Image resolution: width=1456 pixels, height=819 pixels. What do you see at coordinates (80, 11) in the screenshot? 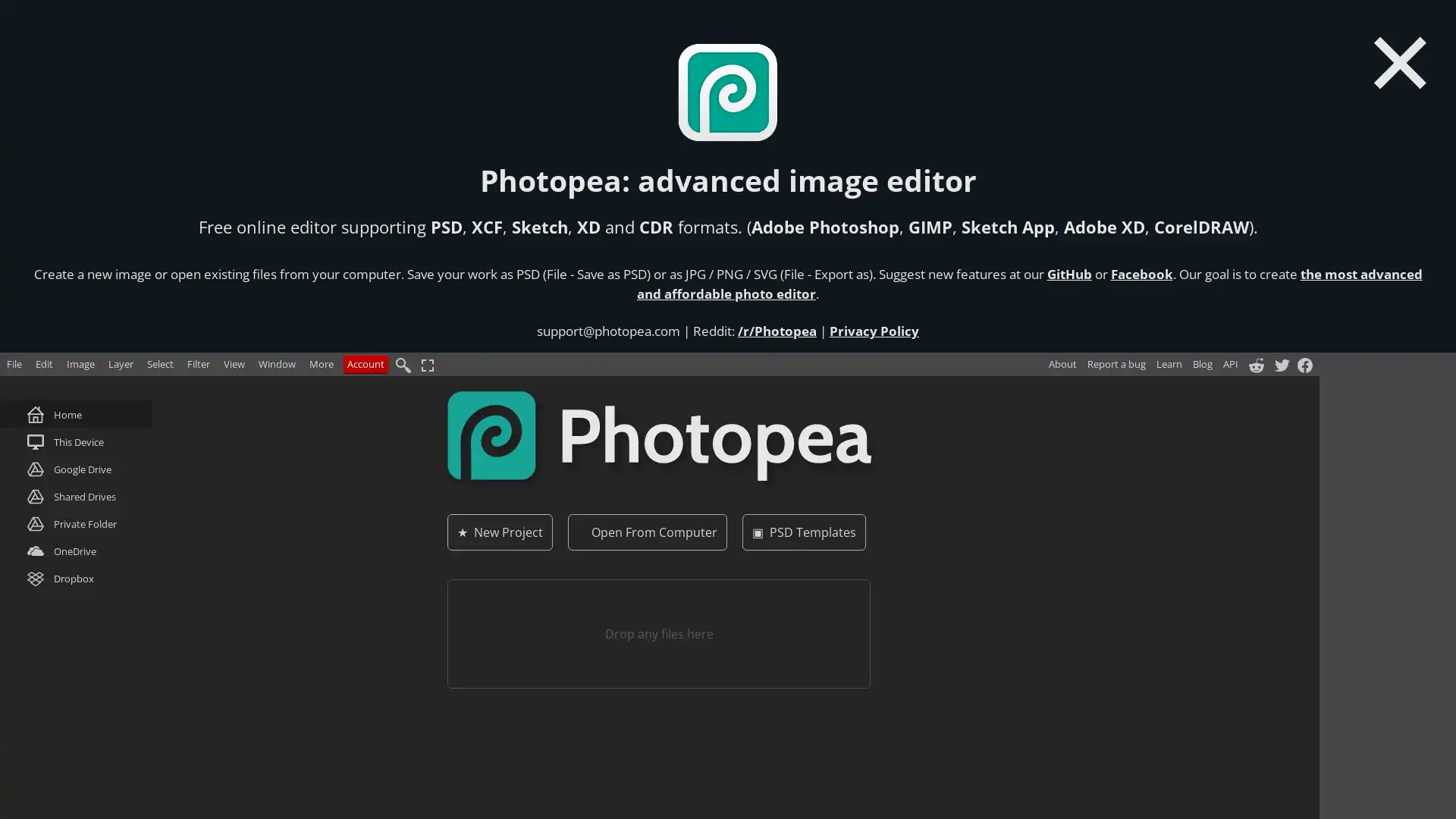
I see `Image` at bounding box center [80, 11].